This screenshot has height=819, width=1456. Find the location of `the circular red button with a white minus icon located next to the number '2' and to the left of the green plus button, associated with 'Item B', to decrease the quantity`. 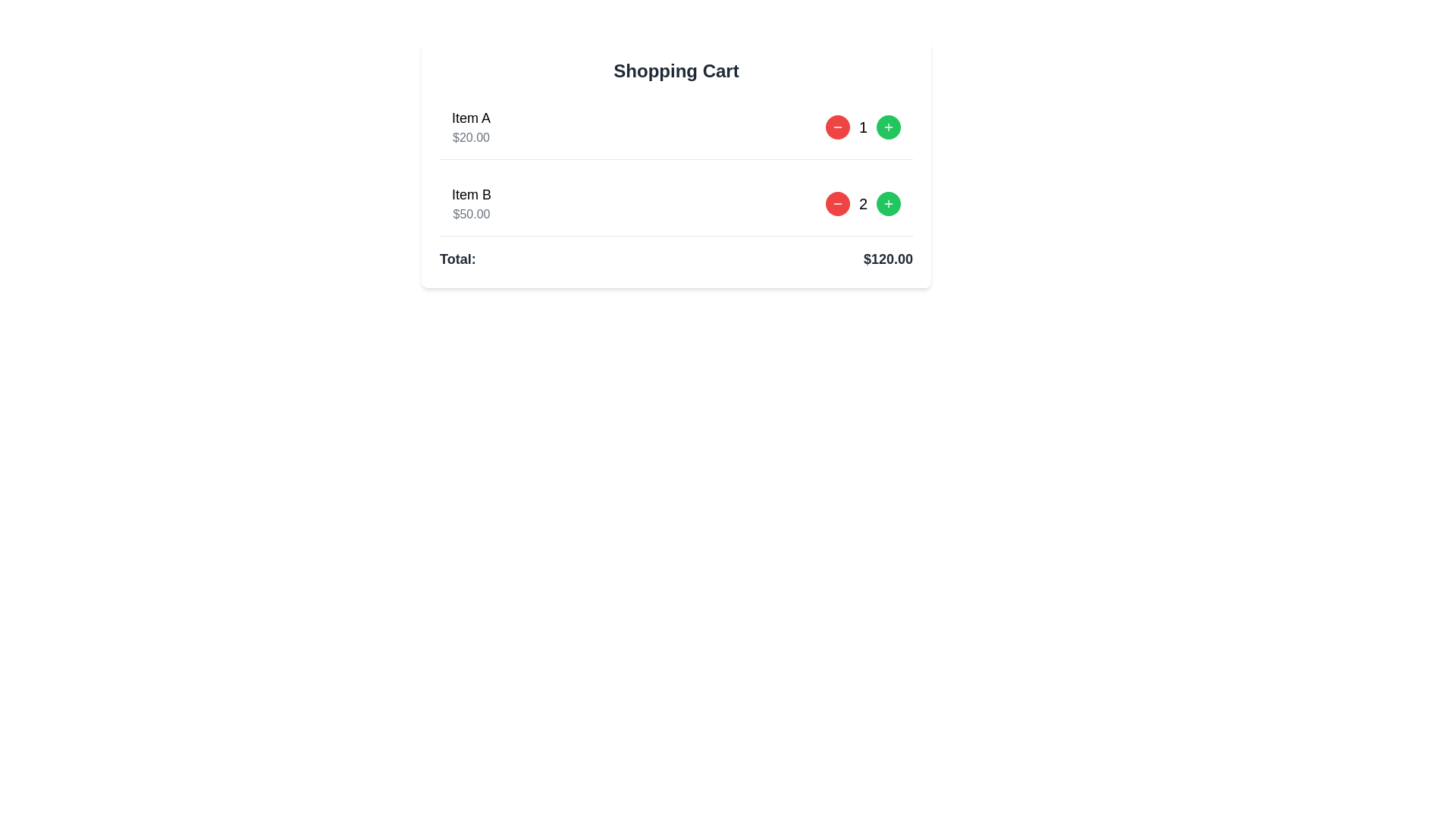

the circular red button with a white minus icon located next to the number '2' and to the left of the green plus button, associated with 'Item B', to decrease the quantity is located at coordinates (836, 203).